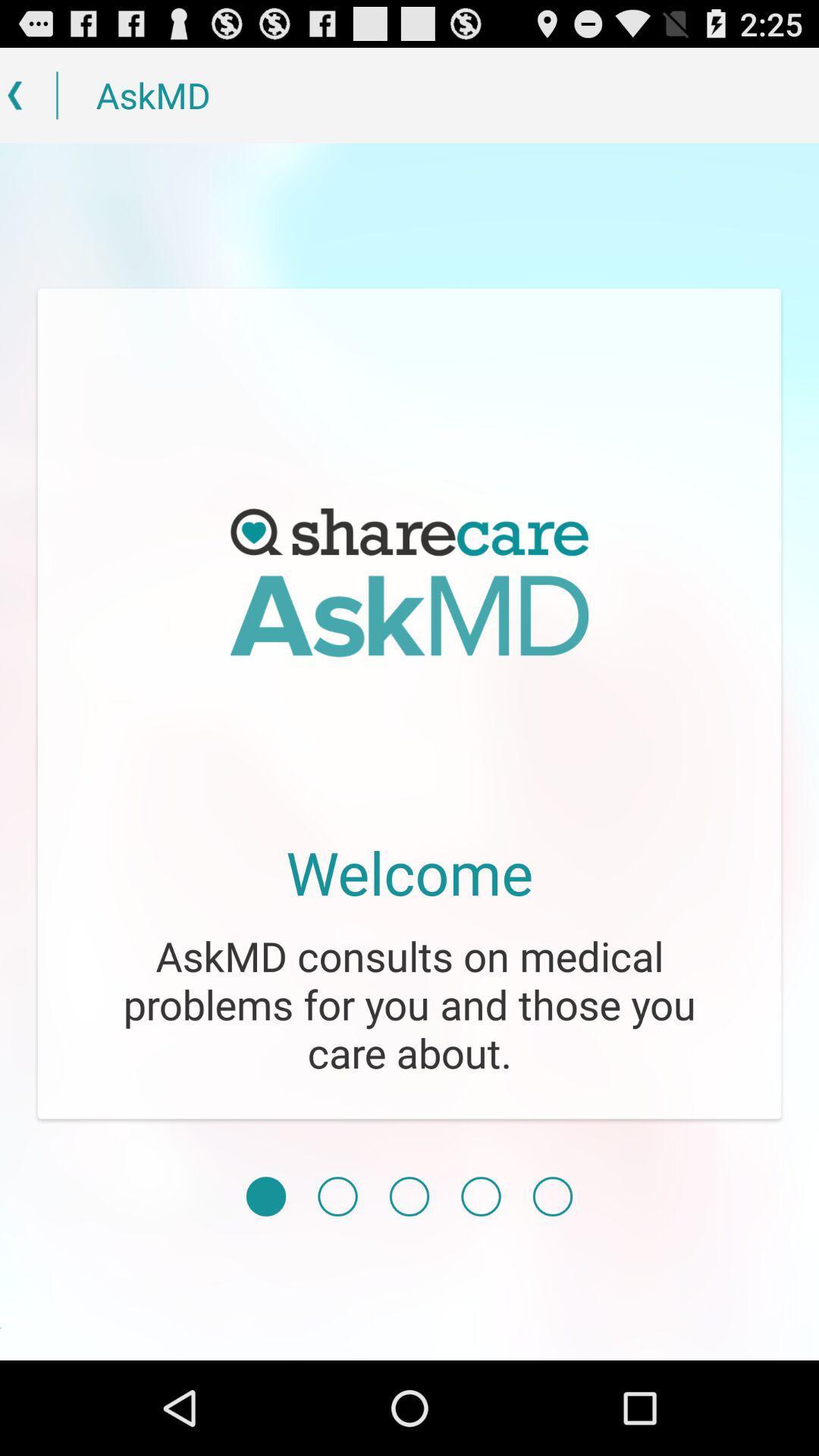  What do you see at coordinates (337, 1196) in the screenshot?
I see `the item below the askmd consults on icon` at bounding box center [337, 1196].